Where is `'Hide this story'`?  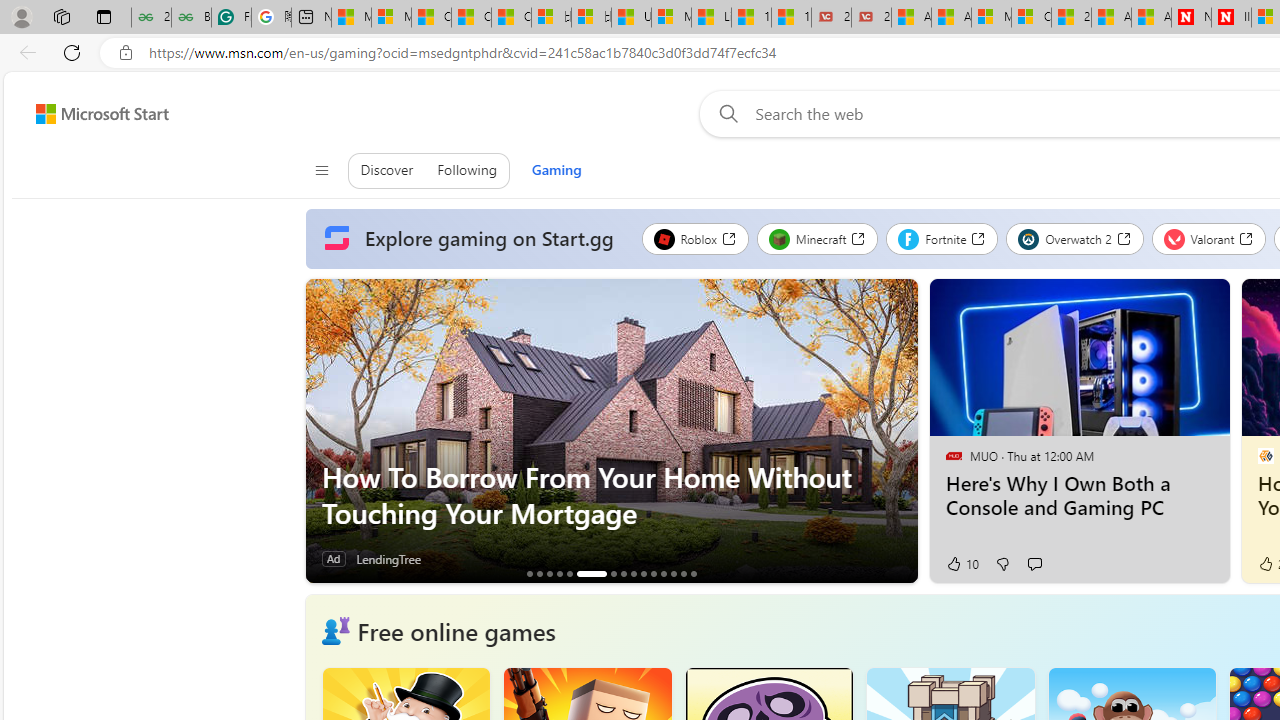 'Hide this story' is located at coordinates (1169, 303).